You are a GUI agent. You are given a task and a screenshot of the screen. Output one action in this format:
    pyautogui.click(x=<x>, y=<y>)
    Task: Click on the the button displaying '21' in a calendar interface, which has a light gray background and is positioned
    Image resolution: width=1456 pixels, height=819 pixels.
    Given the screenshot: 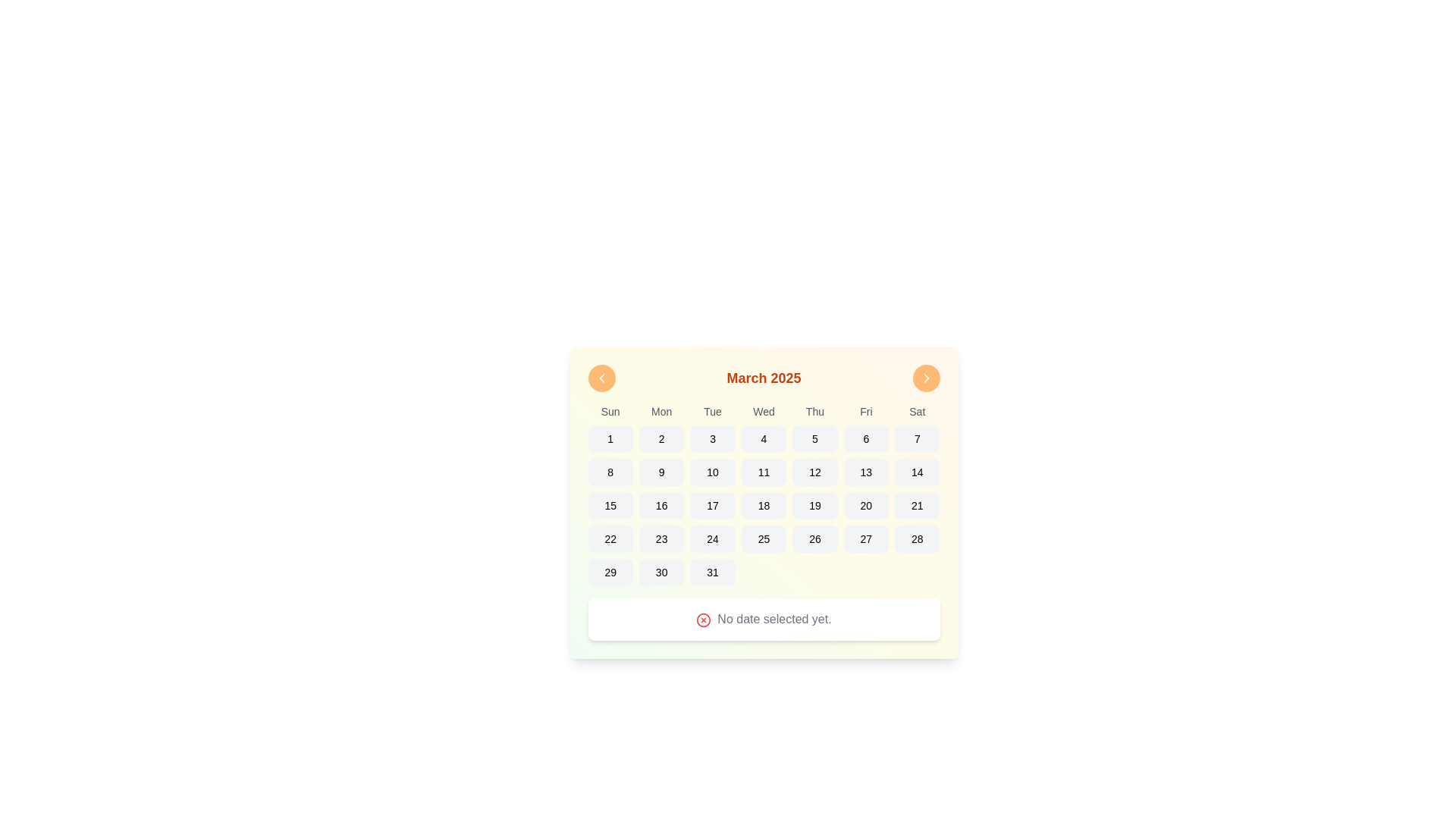 What is the action you would take?
    pyautogui.click(x=916, y=506)
    